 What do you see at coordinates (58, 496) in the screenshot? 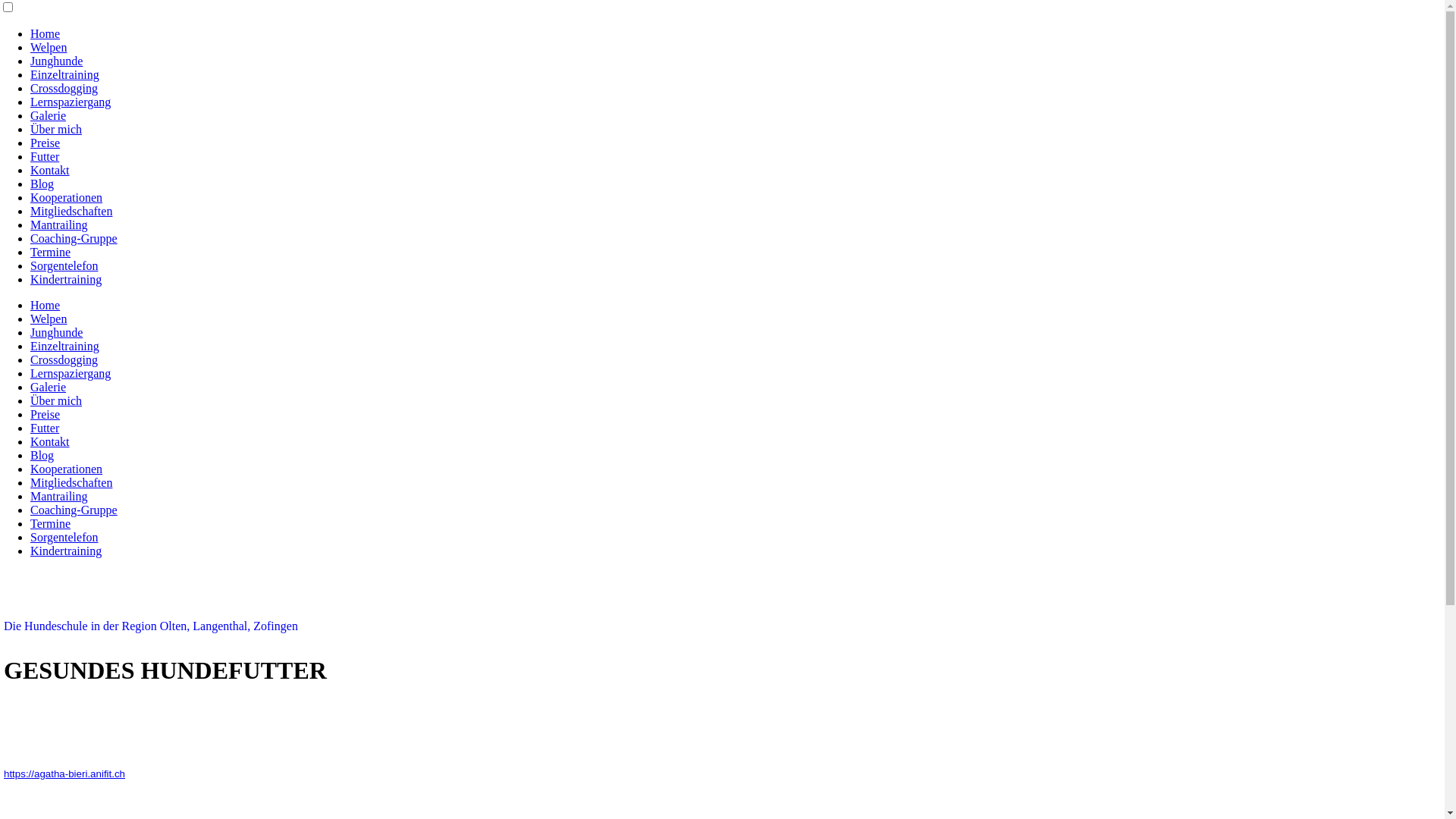
I see `'Mantrailing'` at bounding box center [58, 496].